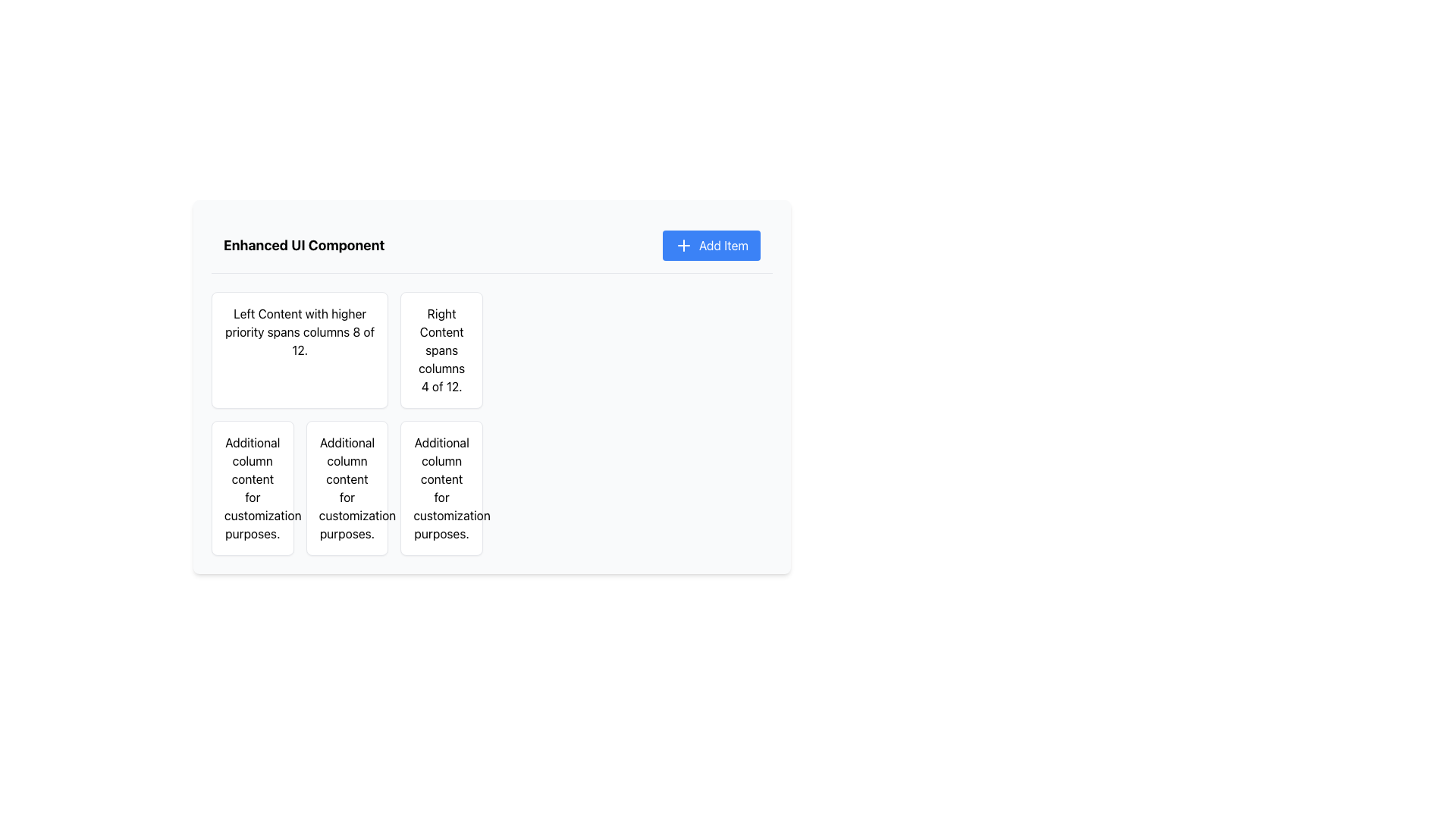 The image size is (1456, 819). I want to click on the Text Block element displaying 'Additional column content for customization purposes.' located in the bottom-left region of the interface, so click(253, 488).